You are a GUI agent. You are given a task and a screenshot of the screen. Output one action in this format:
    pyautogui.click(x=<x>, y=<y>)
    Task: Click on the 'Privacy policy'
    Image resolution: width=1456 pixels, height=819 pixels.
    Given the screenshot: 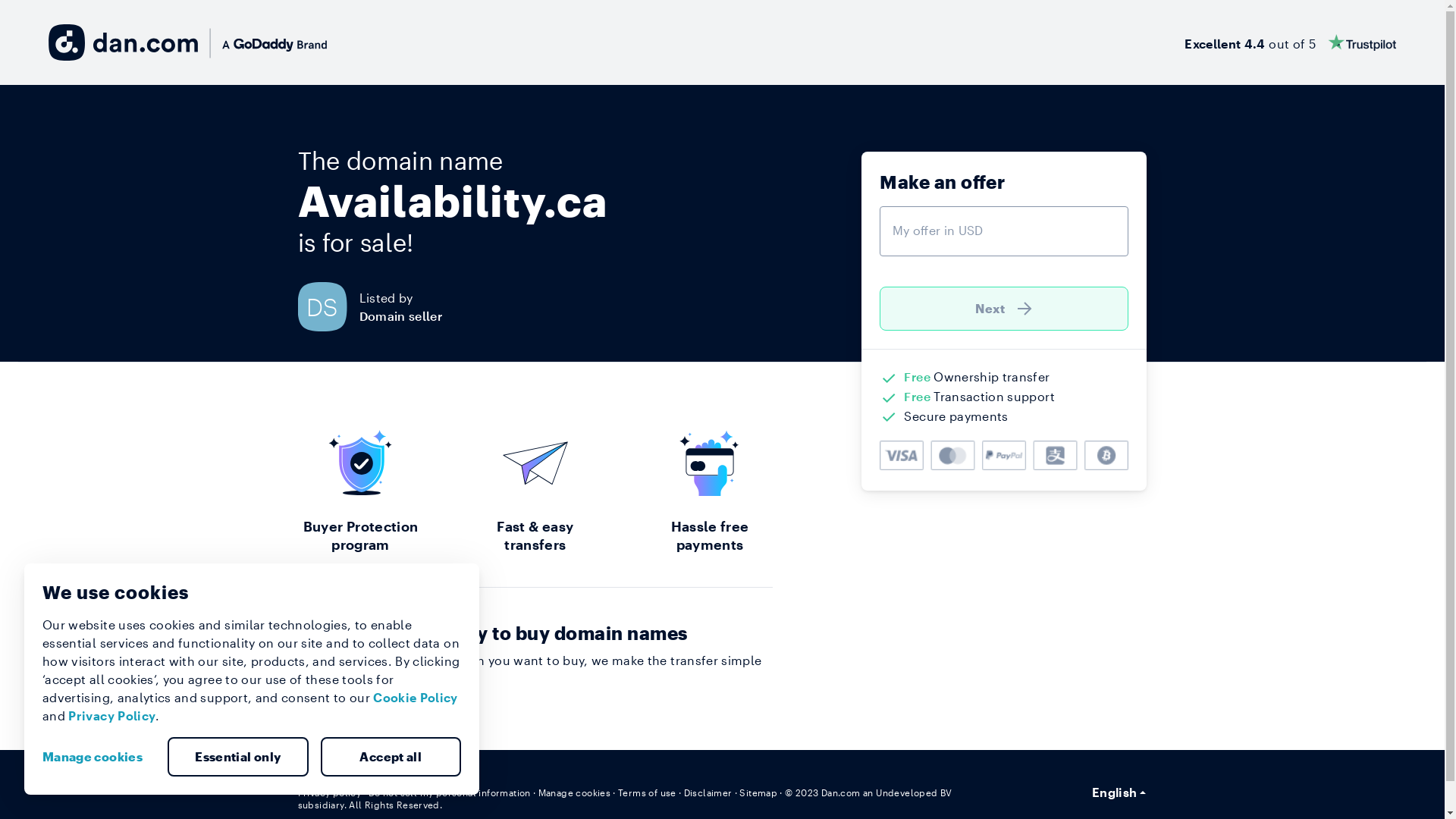 What is the action you would take?
    pyautogui.click(x=328, y=792)
    